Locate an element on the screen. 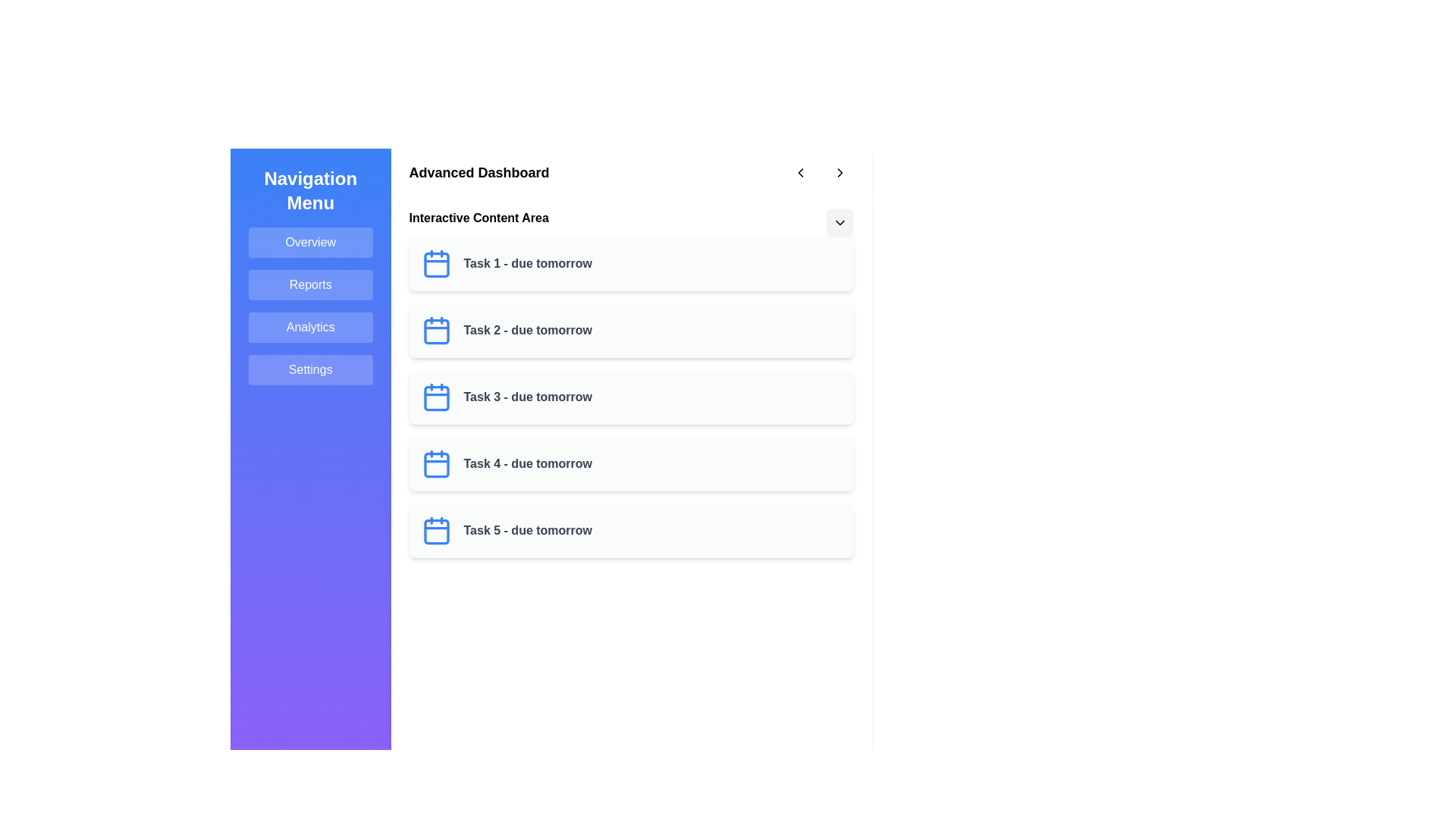  text from the Text Label displaying 'Task 2 - due tomorrow', which is positioned in the second row of the task list in the Interactive Content Area is located at coordinates (528, 329).